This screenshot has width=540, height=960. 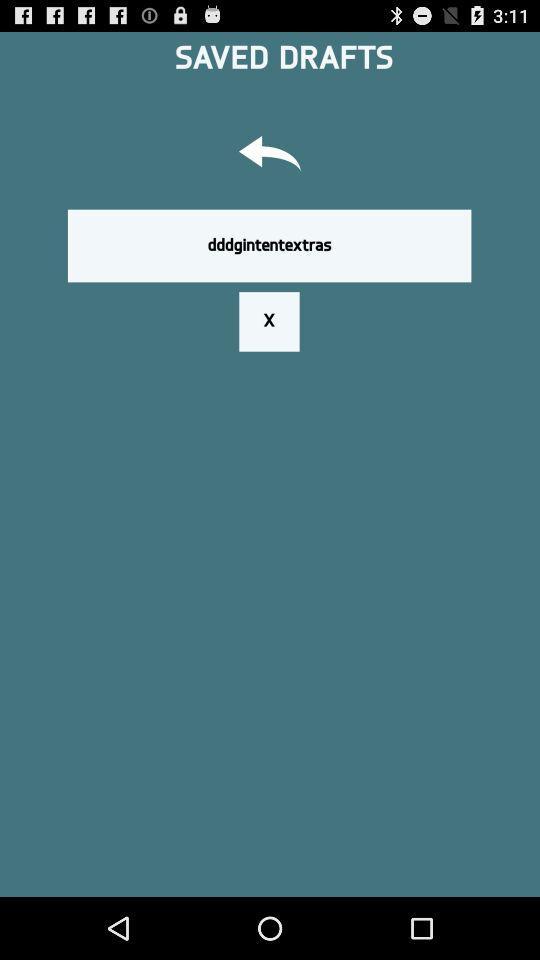 I want to click on the icon at the center, so click(x=269, y=321).